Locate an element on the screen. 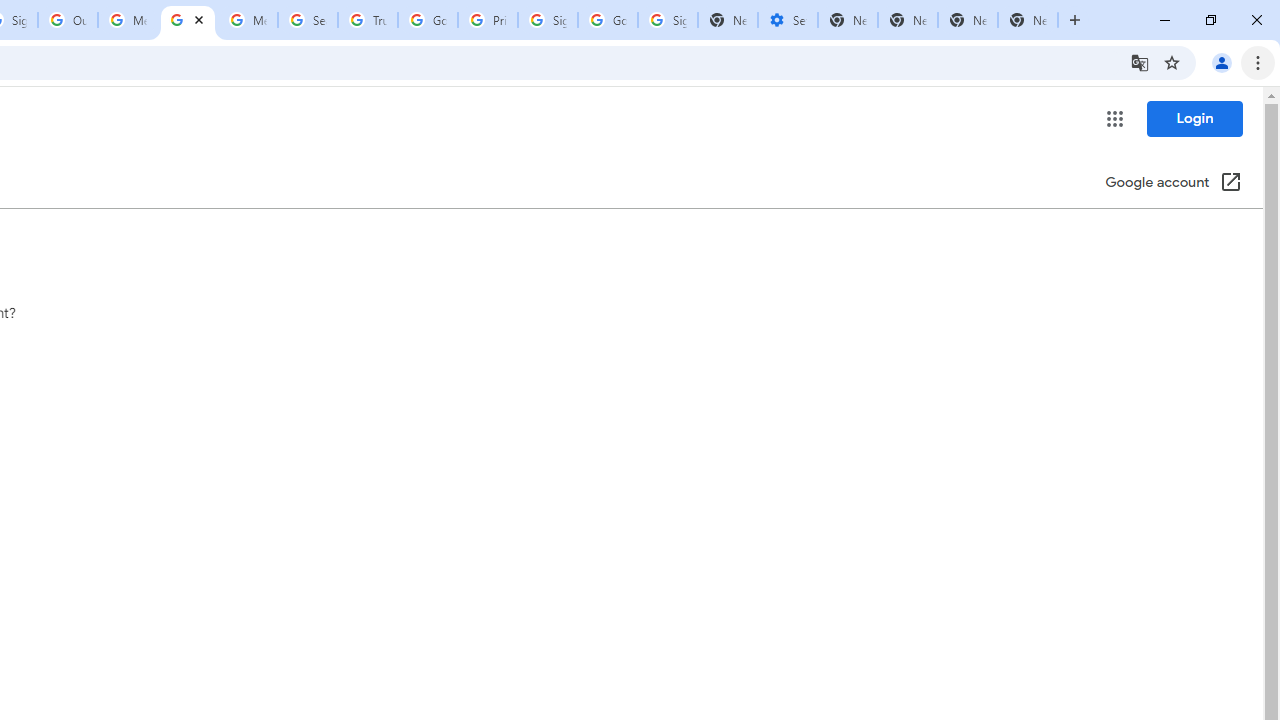 This screenshot has height=720, width=1280. 'Translate this page' is located at coordinates (1139, 61).